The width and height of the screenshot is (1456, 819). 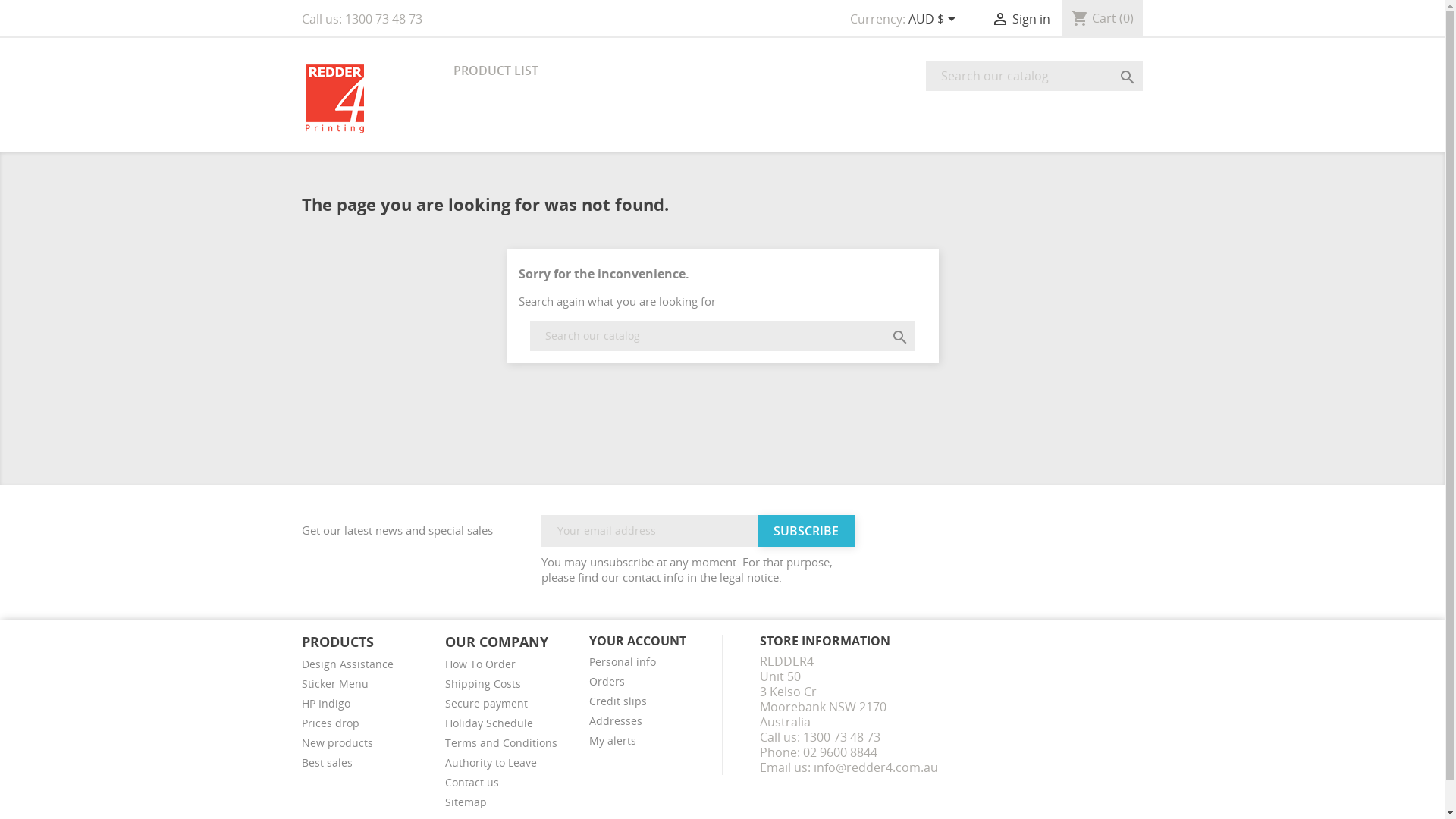 I want to click on 'Holiday Schedule', so click(x=488, y=722).